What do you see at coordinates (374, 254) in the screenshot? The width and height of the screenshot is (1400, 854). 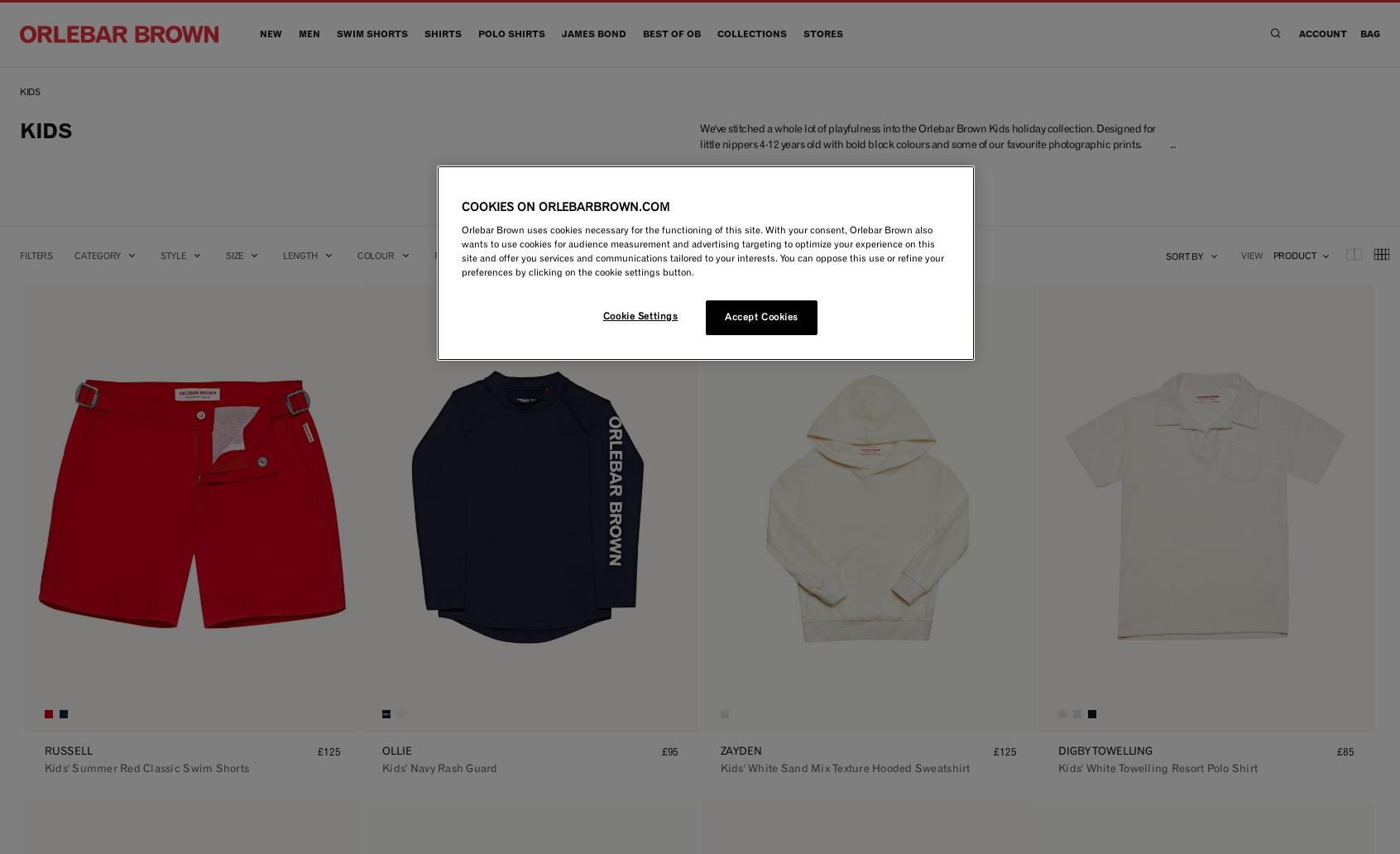 I see `'Colour'` at bounding box center [374, 254].